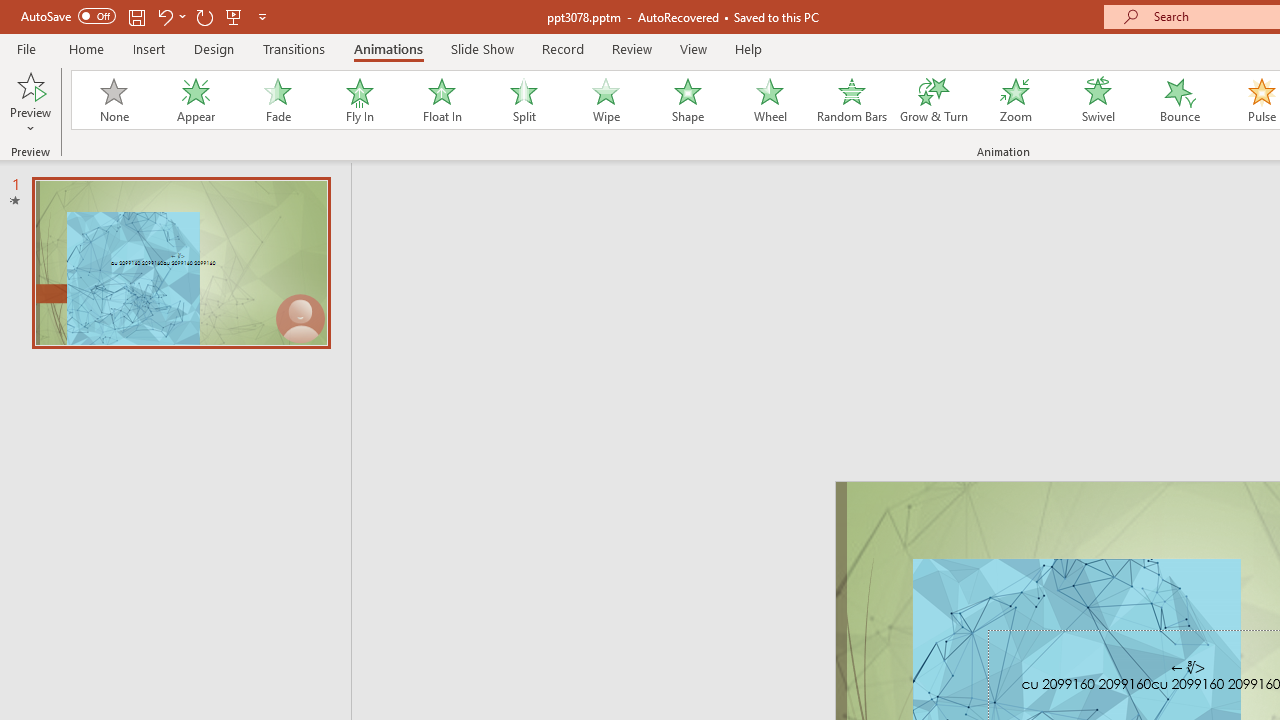  What do you see at coordinates (195, 100) in the screenshot?
I see `'Appear'` at bounding box center [195, 100].